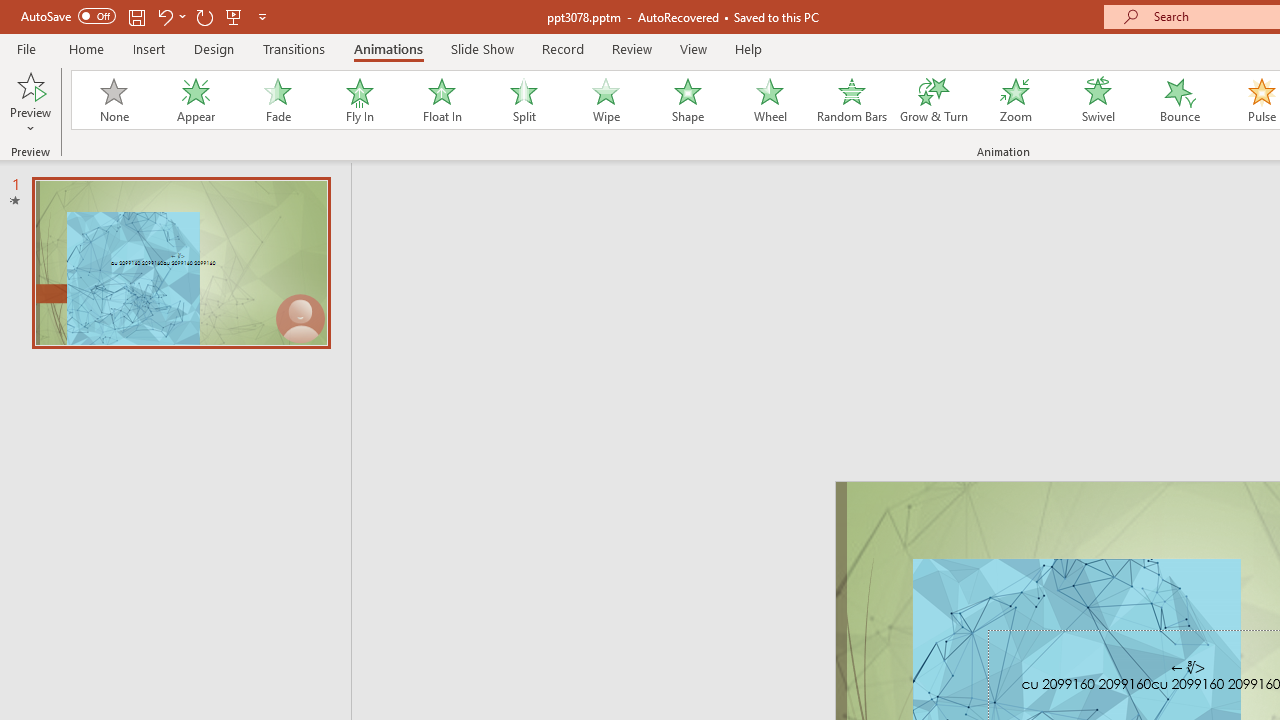  What do you see at coordinates (195, 100) in the screenshot?
I see `'Appear'` at bounding box center [195, 100].